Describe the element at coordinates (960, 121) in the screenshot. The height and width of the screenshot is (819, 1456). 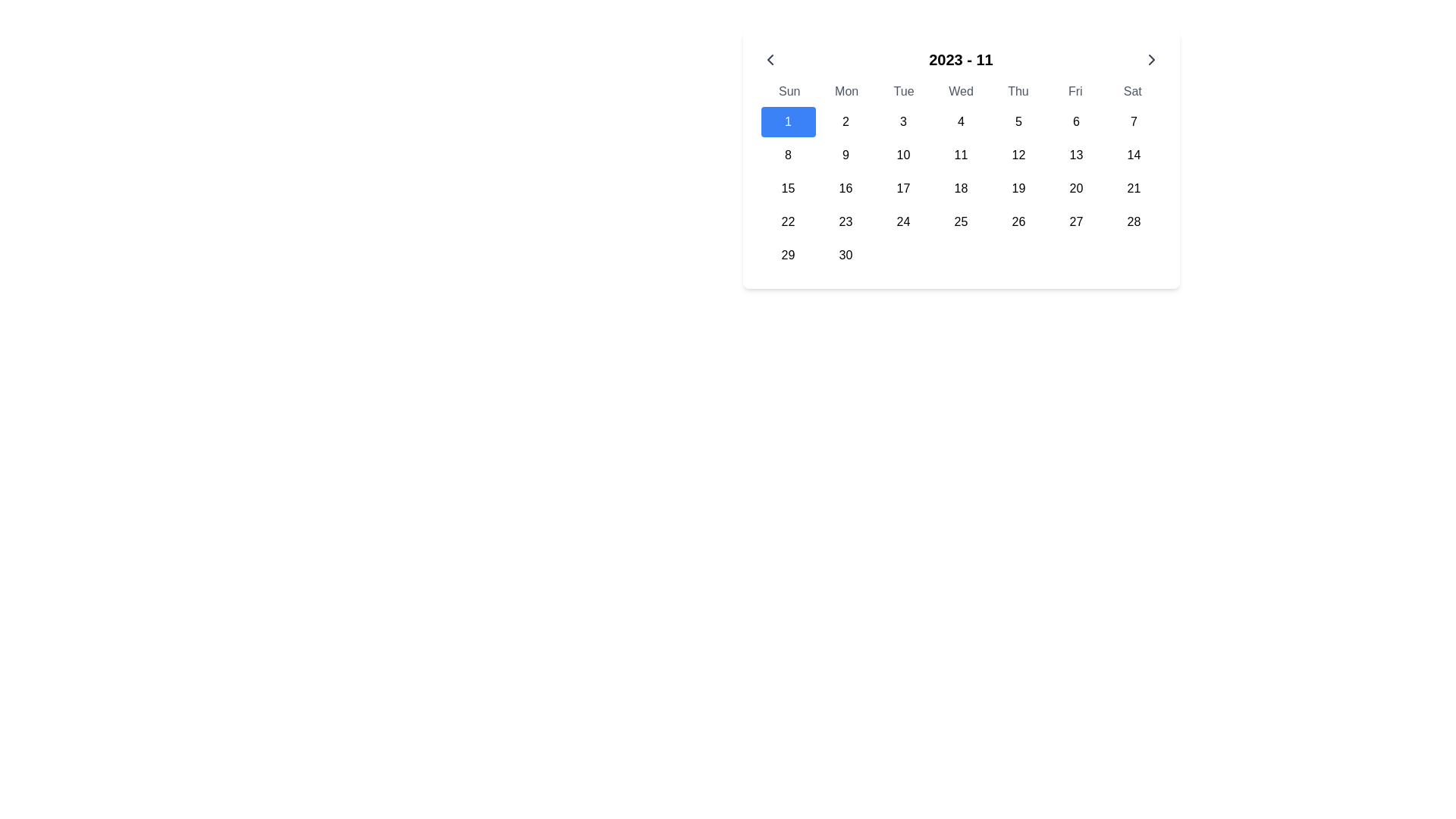
I see `the button representing the date '4' in the calendar interface` at that location.